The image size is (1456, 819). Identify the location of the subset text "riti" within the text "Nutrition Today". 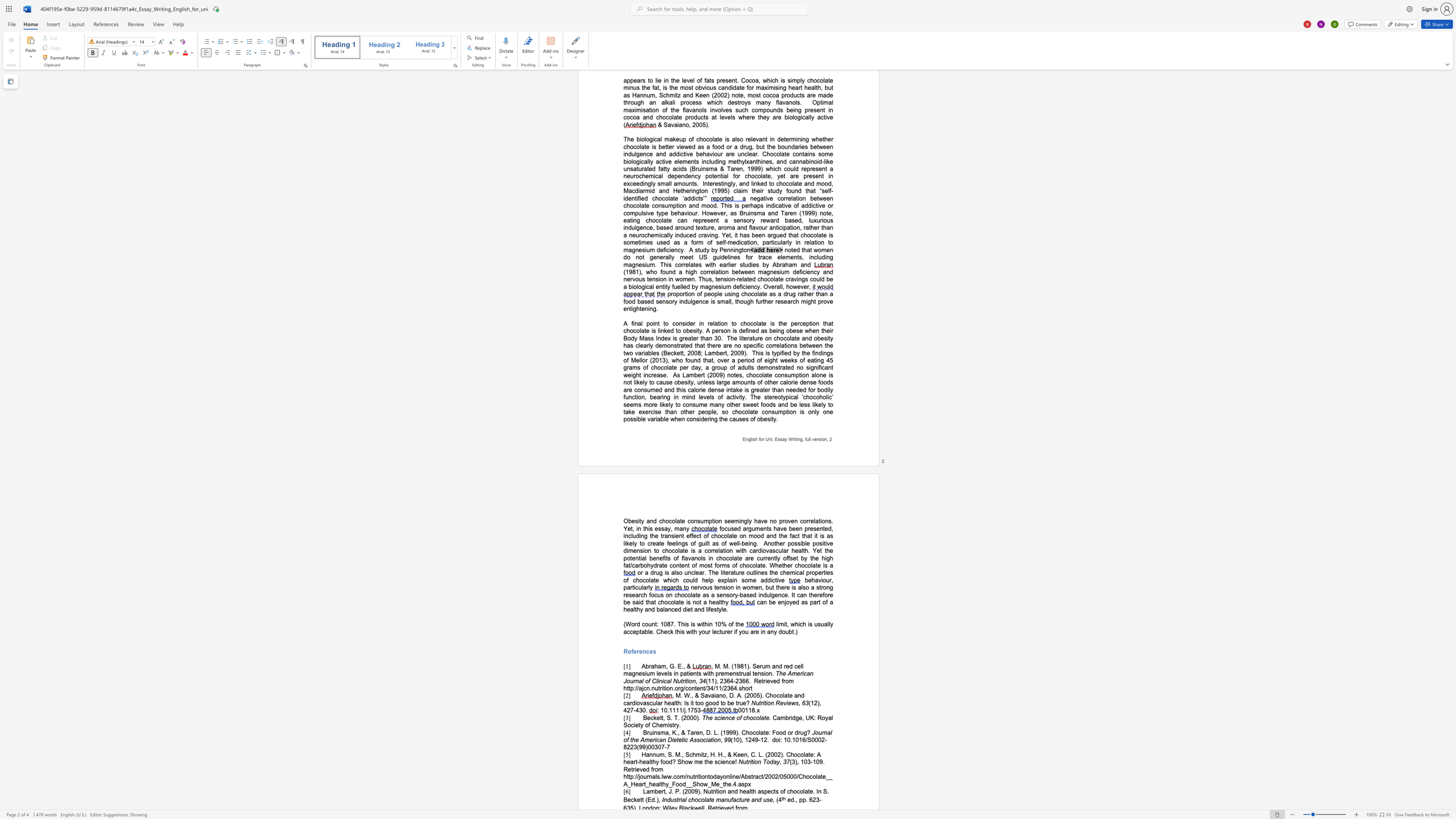
(748, 761).